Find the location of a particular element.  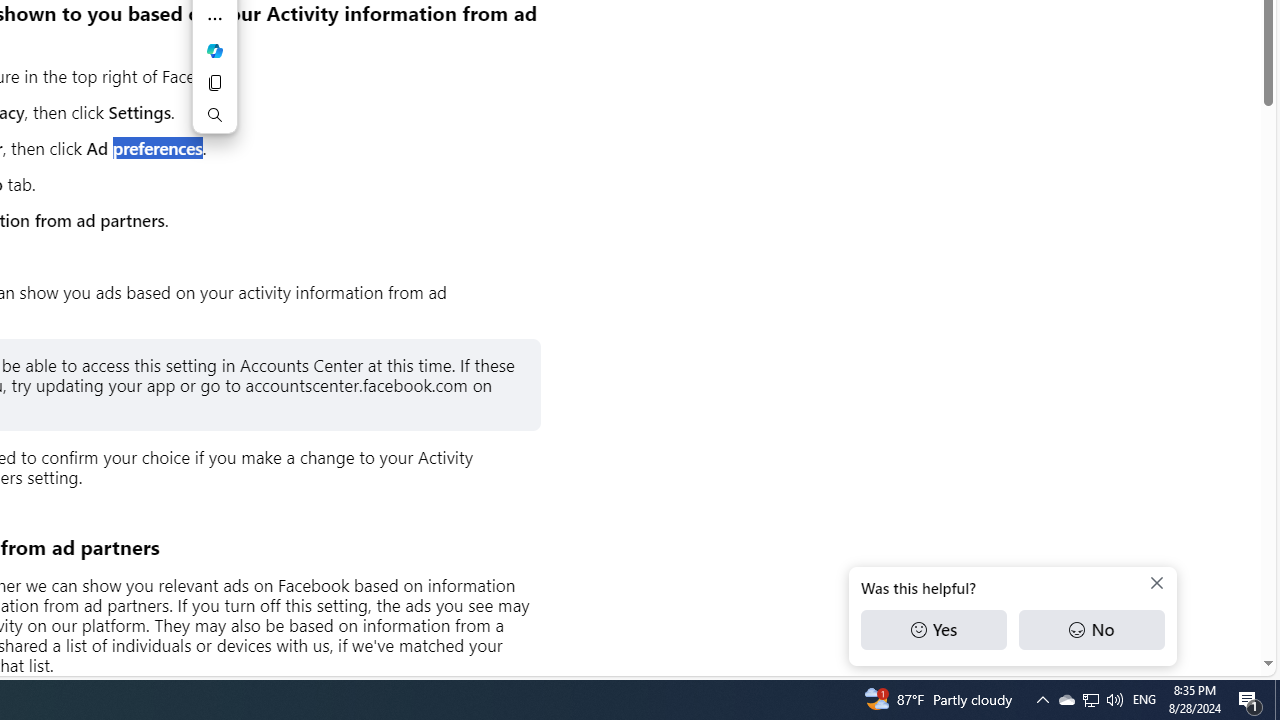

'Yes' is located at coordinates (933, 630).